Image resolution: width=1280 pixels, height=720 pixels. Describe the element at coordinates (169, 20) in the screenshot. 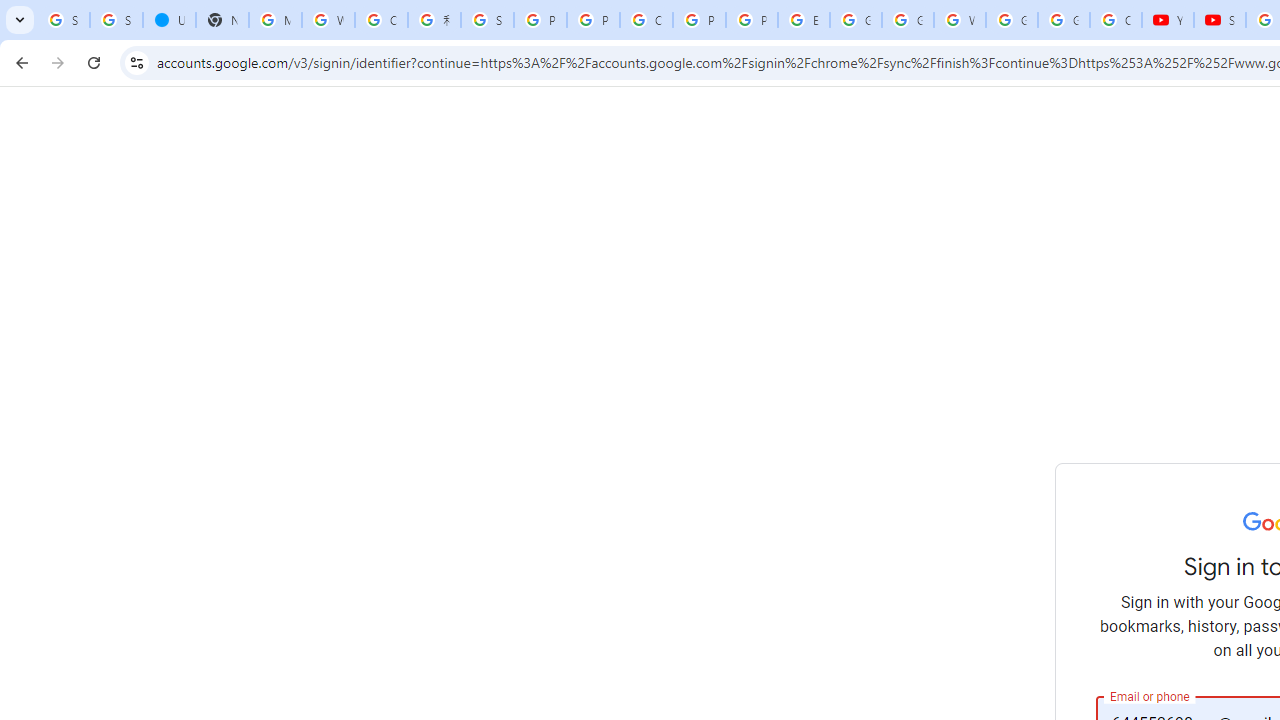

I see `'USA TODAY'` at that location.